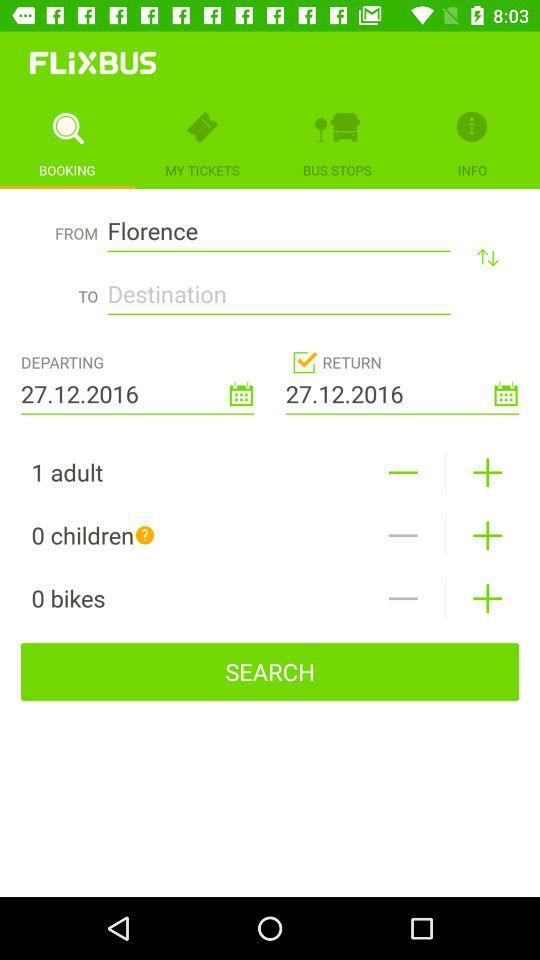  I want to click on destination field, so click(278, 287).